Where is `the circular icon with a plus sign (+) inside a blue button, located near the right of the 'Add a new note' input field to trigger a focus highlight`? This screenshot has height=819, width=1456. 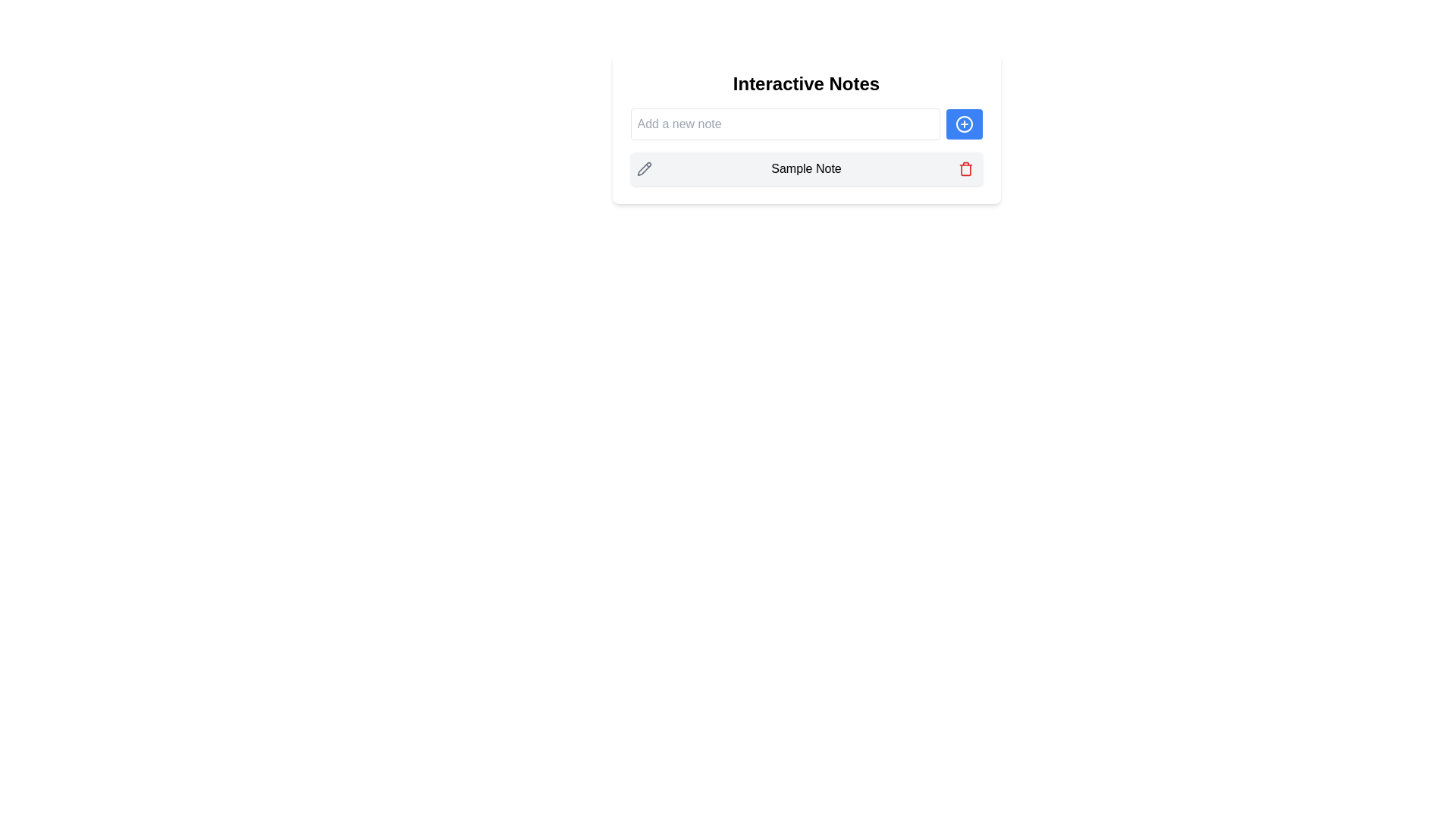 the circular icon with a plus sign (+) inside a blue button, located near the right of the 'Add a new note' input field to trigger a focus highlight is located at coordinates (963, 124).